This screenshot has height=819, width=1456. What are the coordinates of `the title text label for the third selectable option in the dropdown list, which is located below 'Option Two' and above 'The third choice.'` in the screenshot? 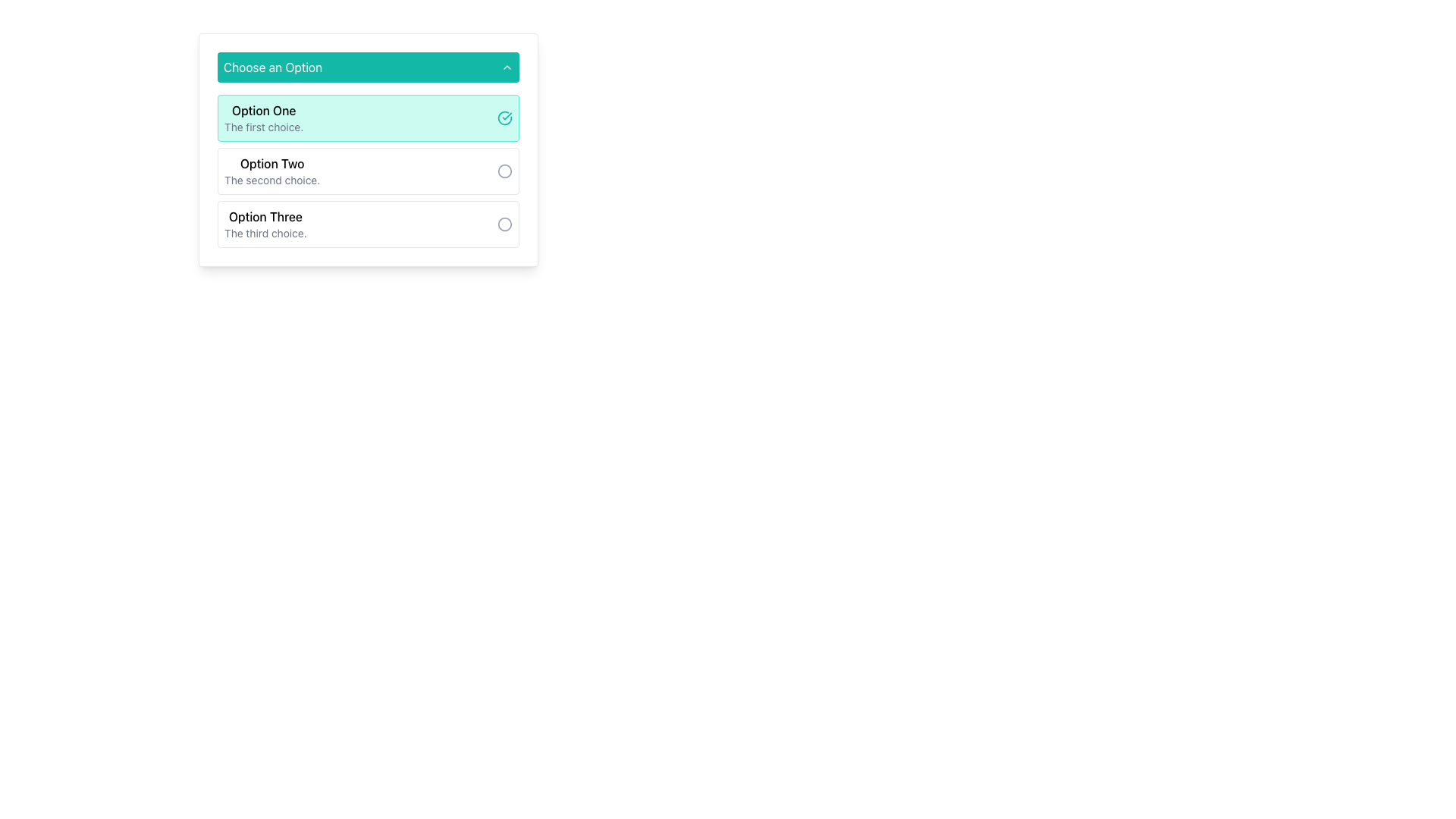 It's located at (265, 216).